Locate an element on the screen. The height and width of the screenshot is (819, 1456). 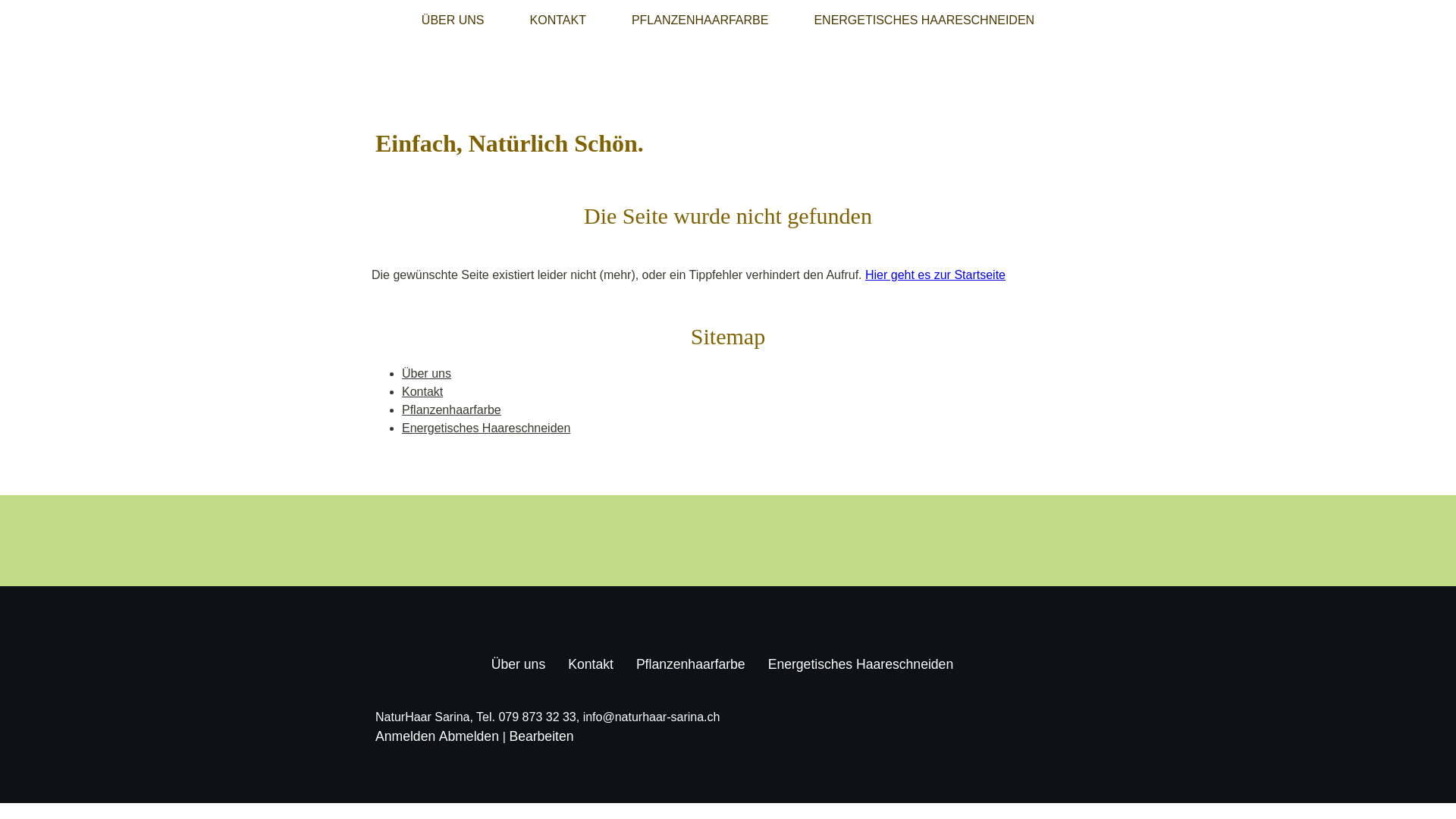
'Kontakt' is located at coordinates (589, 663).